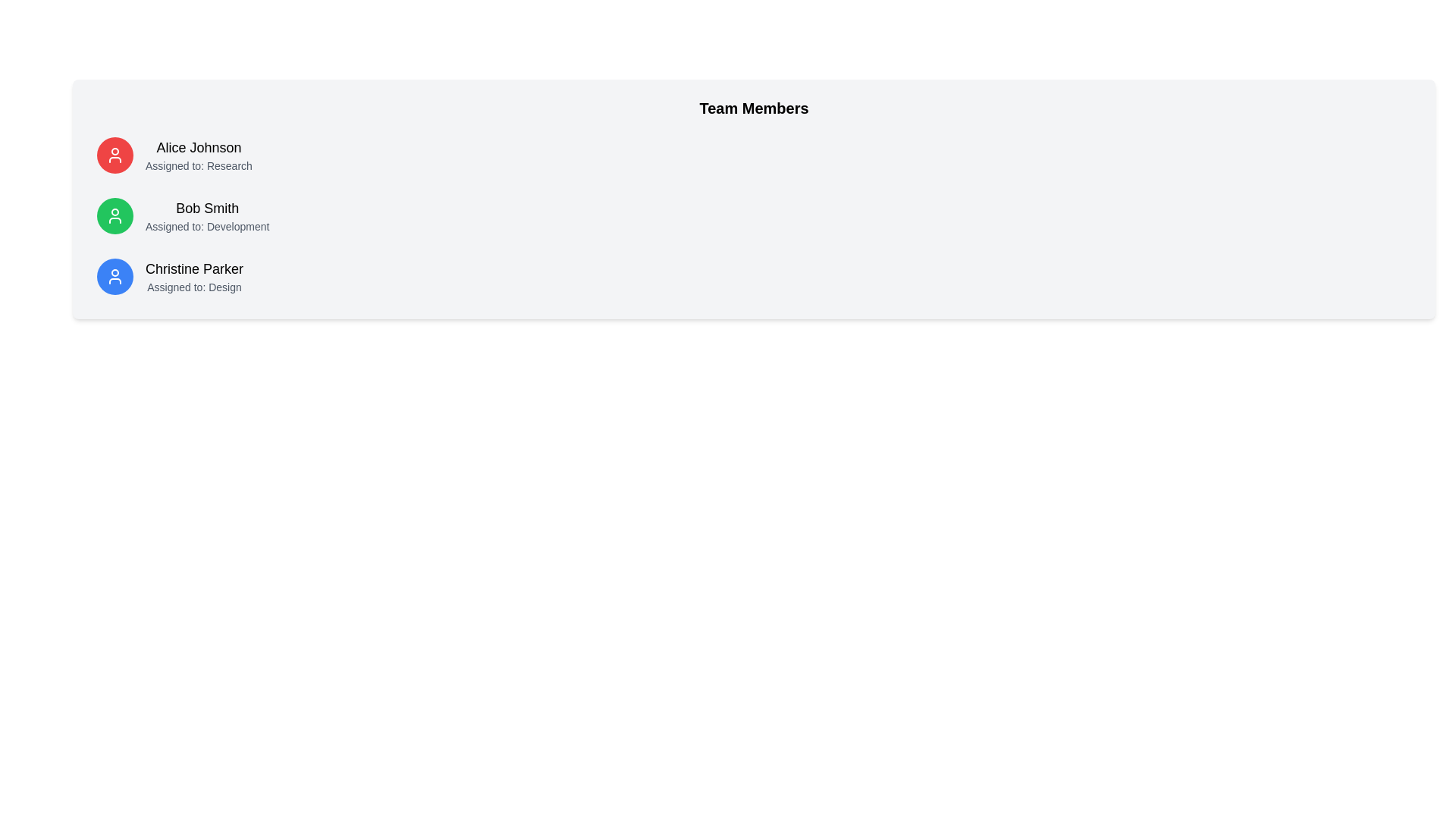 This screenshot has height=819, width=1456. What do you see at coordinates (115, 216) in the screenshot?
I see `the graphical avatar element for the team member named 'Bob Smith', which is visually identifiable and located below Alice Johnson's avatar in the 'Team Members' section` at bounding box center [115, 216].